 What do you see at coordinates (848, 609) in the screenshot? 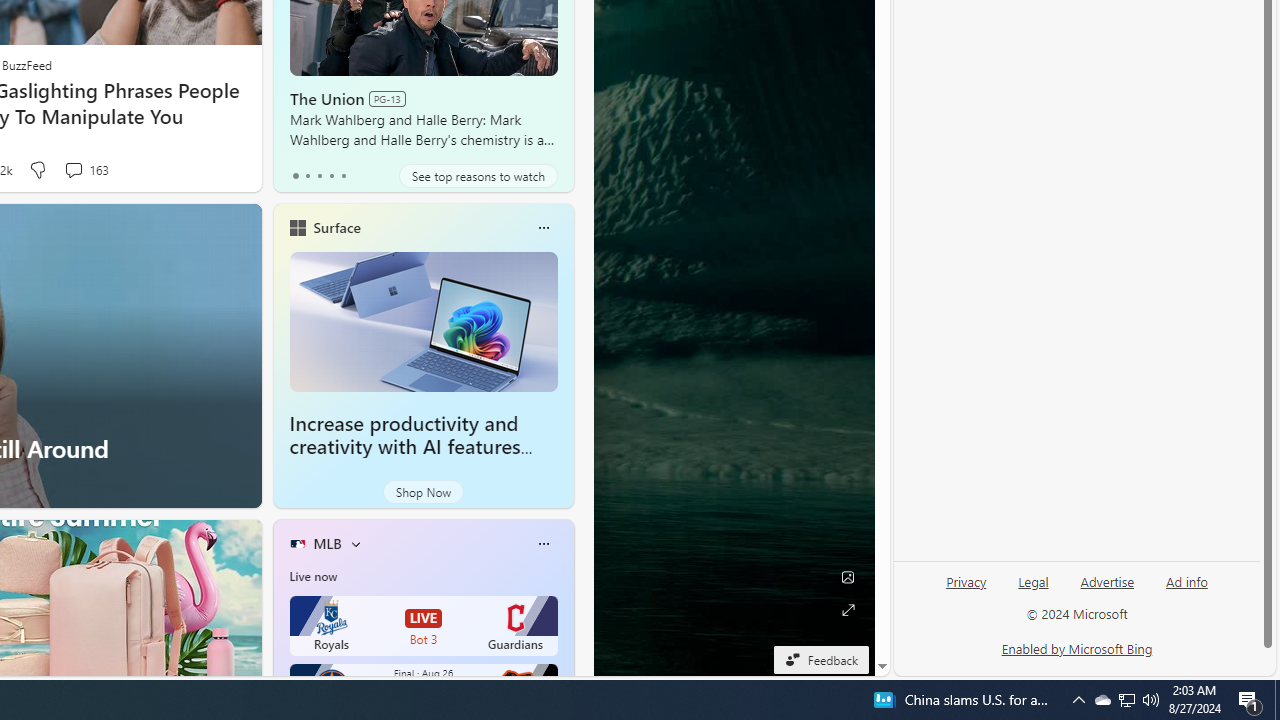
I see `'Expand background'` at bounding box center [848, 609].